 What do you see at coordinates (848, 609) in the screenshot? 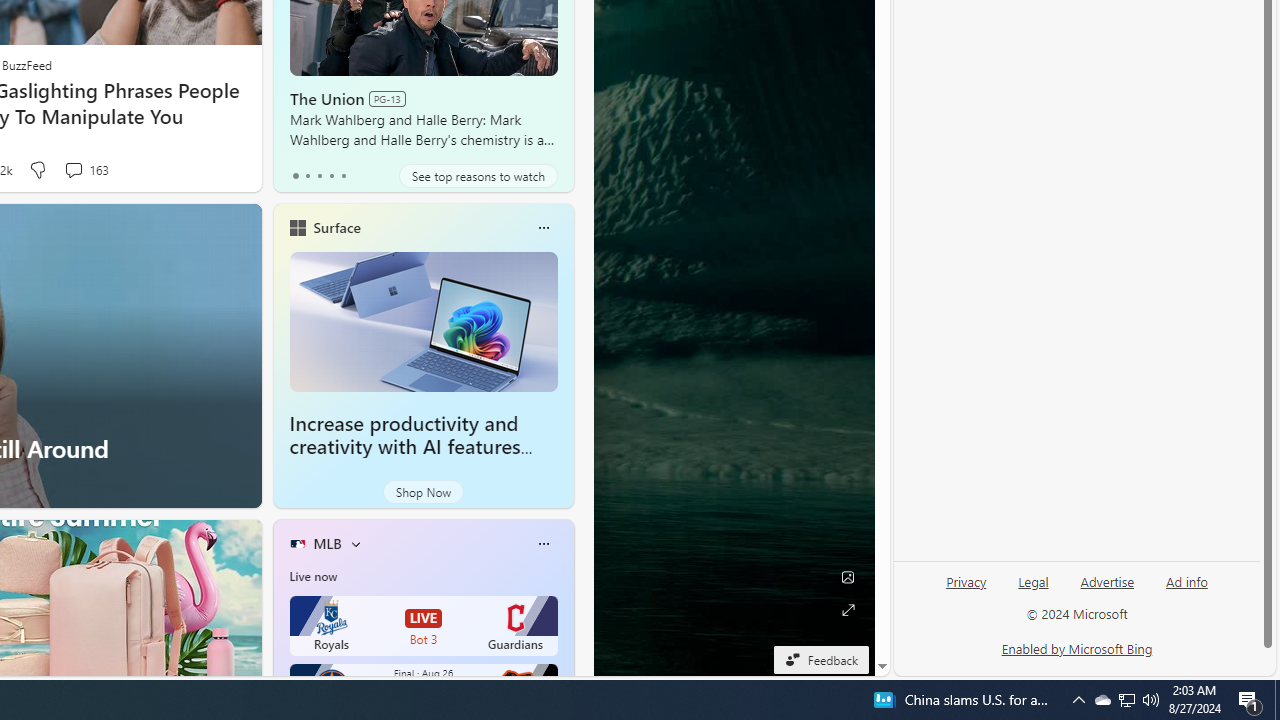
I see `'Expand background'` at bounding box center [848, 609].